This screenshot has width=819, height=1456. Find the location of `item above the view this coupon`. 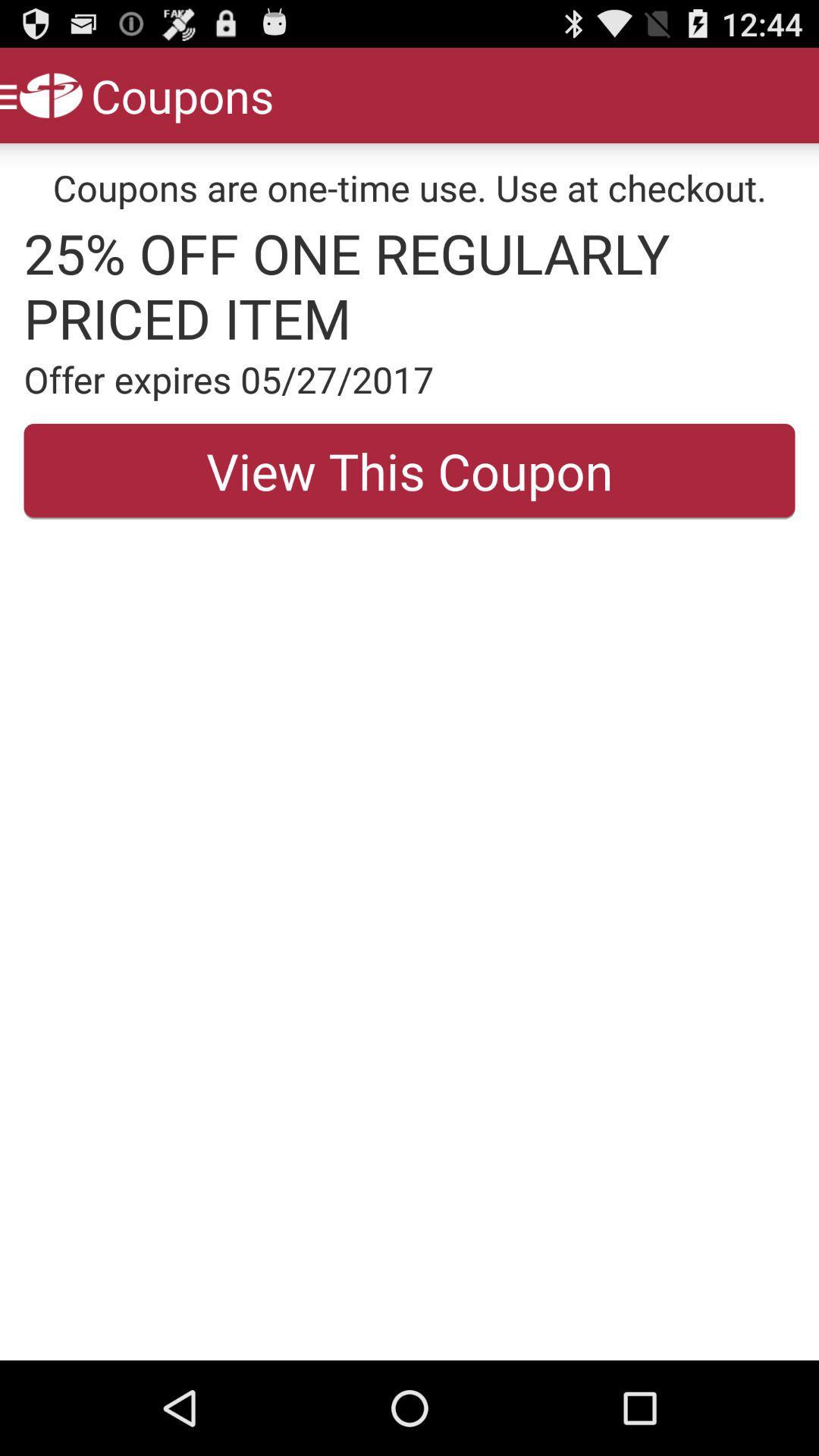

item above the view this coupon is located at coordinates (409, 379).